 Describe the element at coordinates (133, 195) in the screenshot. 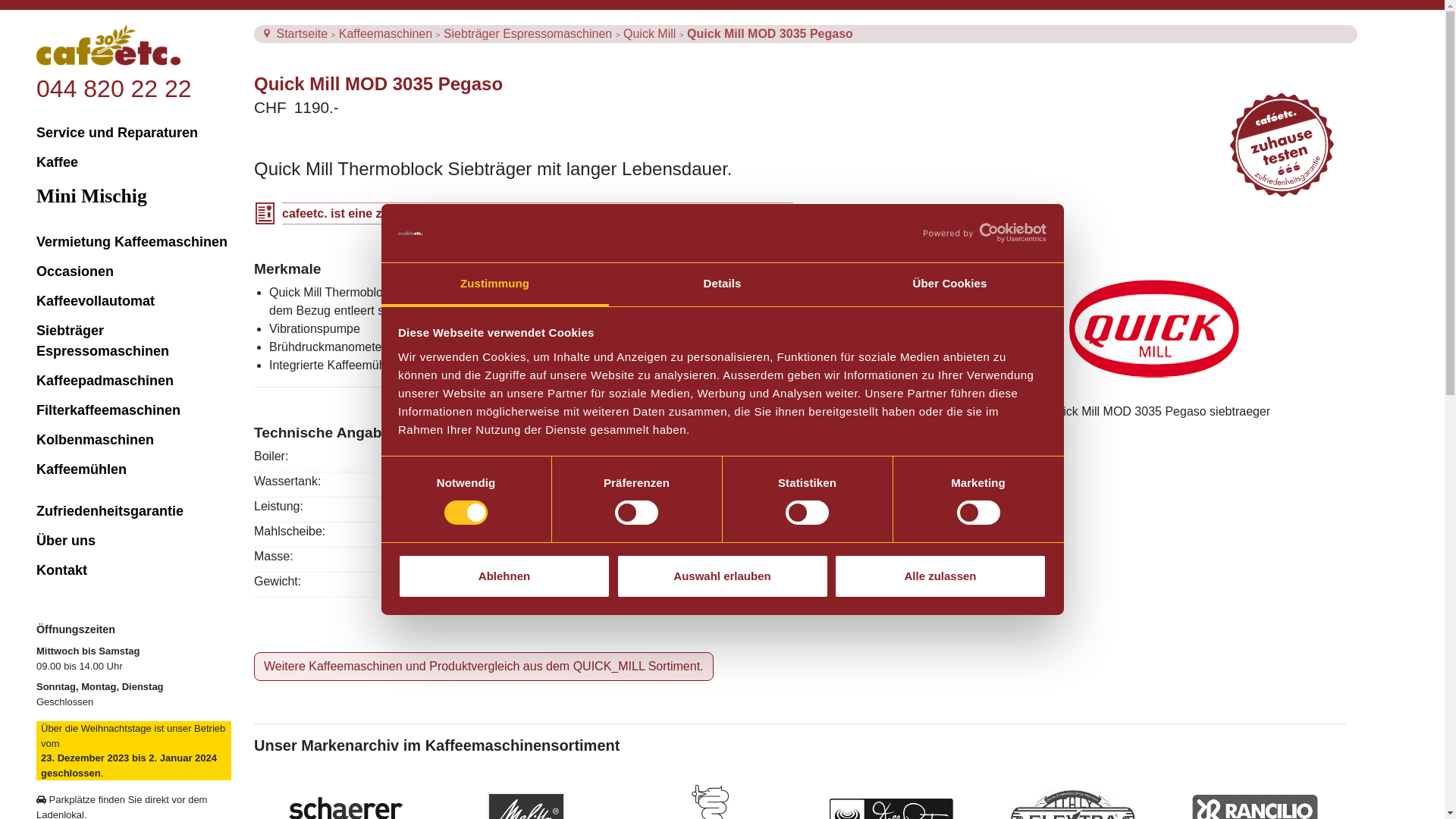

I see `'Mini Mischig'` at that location.